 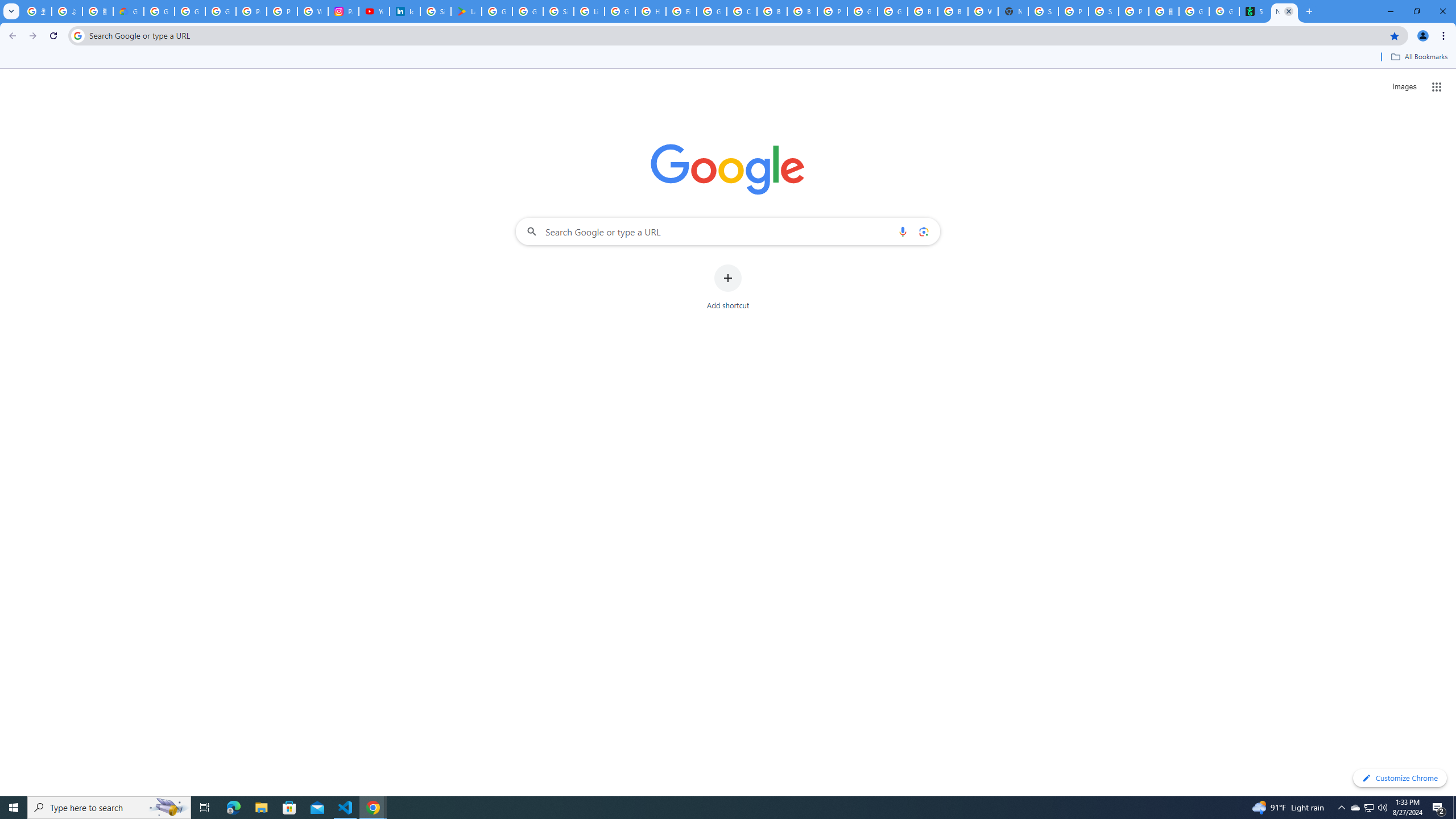 What do you see at coordinates (802, 11) in the screenshot?
I see `'Browse Chrome as a guest - Computer - Google Chrome Help'` at bounding box center [802, 11].